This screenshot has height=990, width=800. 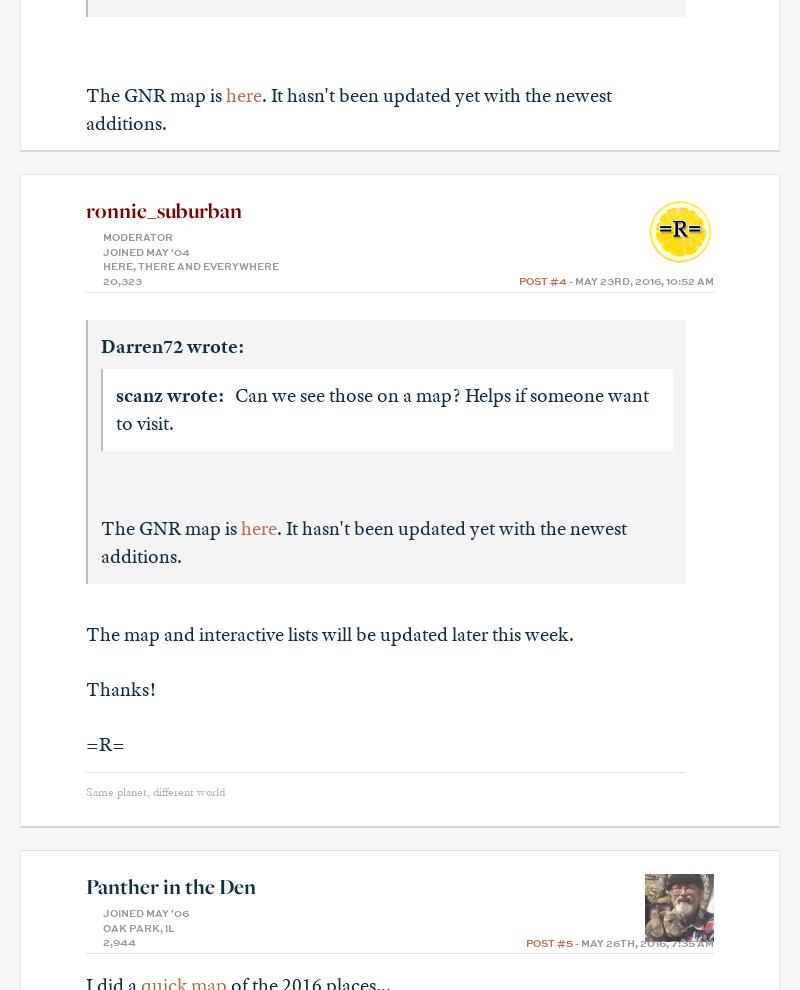 What do you see at coordinates (169, 886) in the screenshot?
I see `'Panther in the Den'` at bounding box center [169, 886].